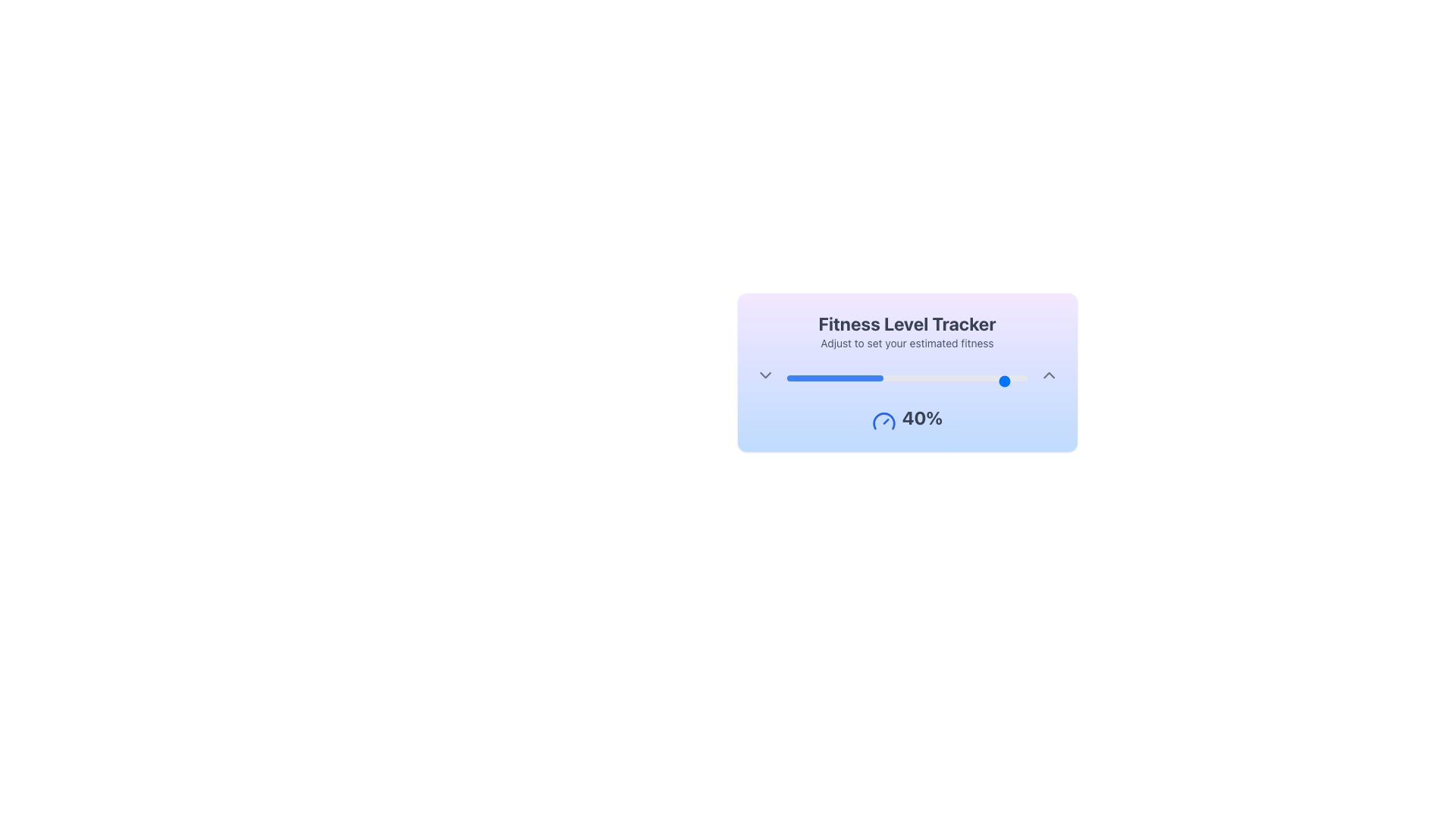  I want to click on the slider value, so click(866, 375).